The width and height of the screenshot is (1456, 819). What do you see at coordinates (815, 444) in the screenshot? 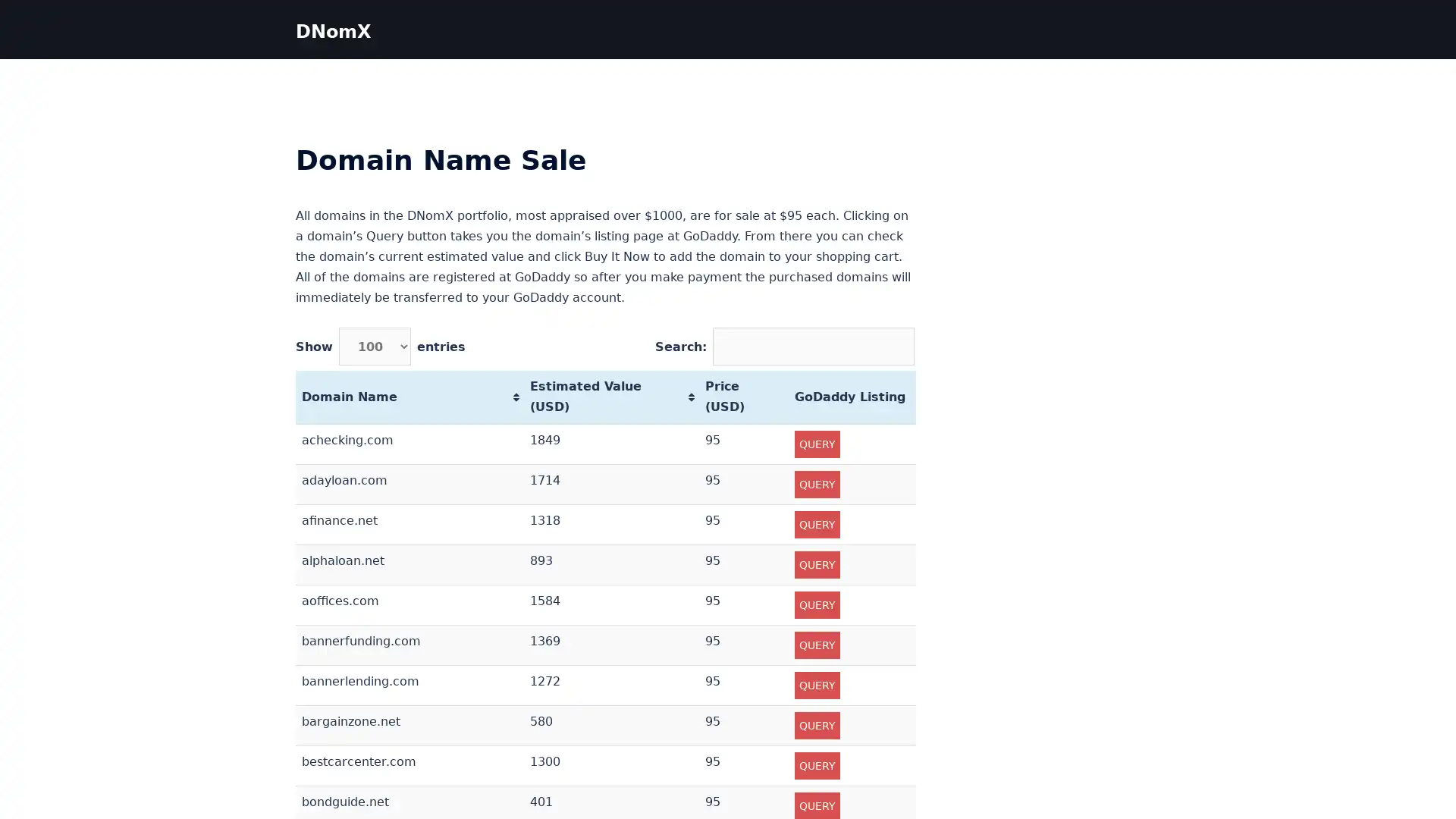
I see `QUERY` at bounding box center [815, 444].